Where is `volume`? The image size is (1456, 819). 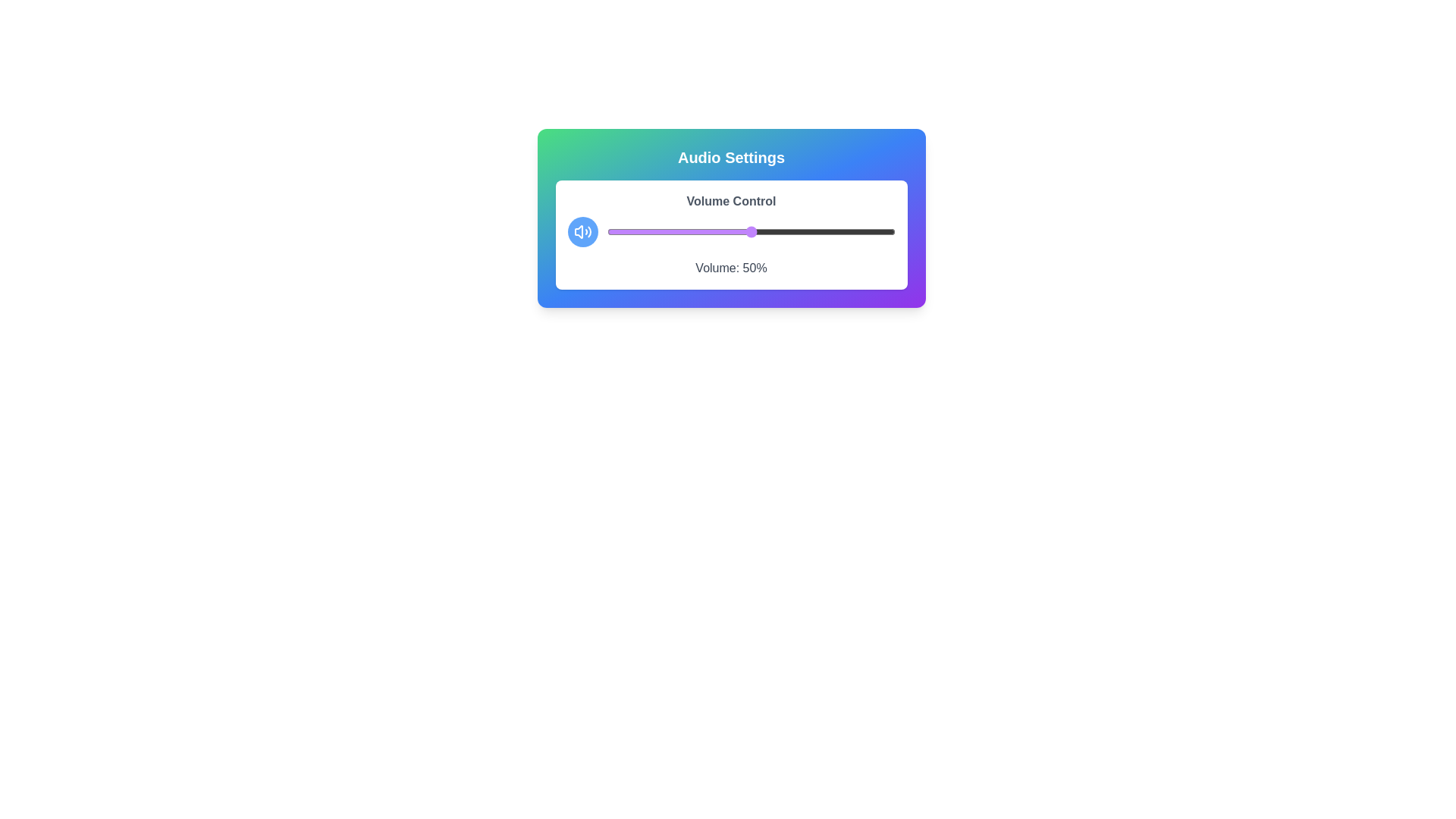
volume is located at coordinates (704, 231).